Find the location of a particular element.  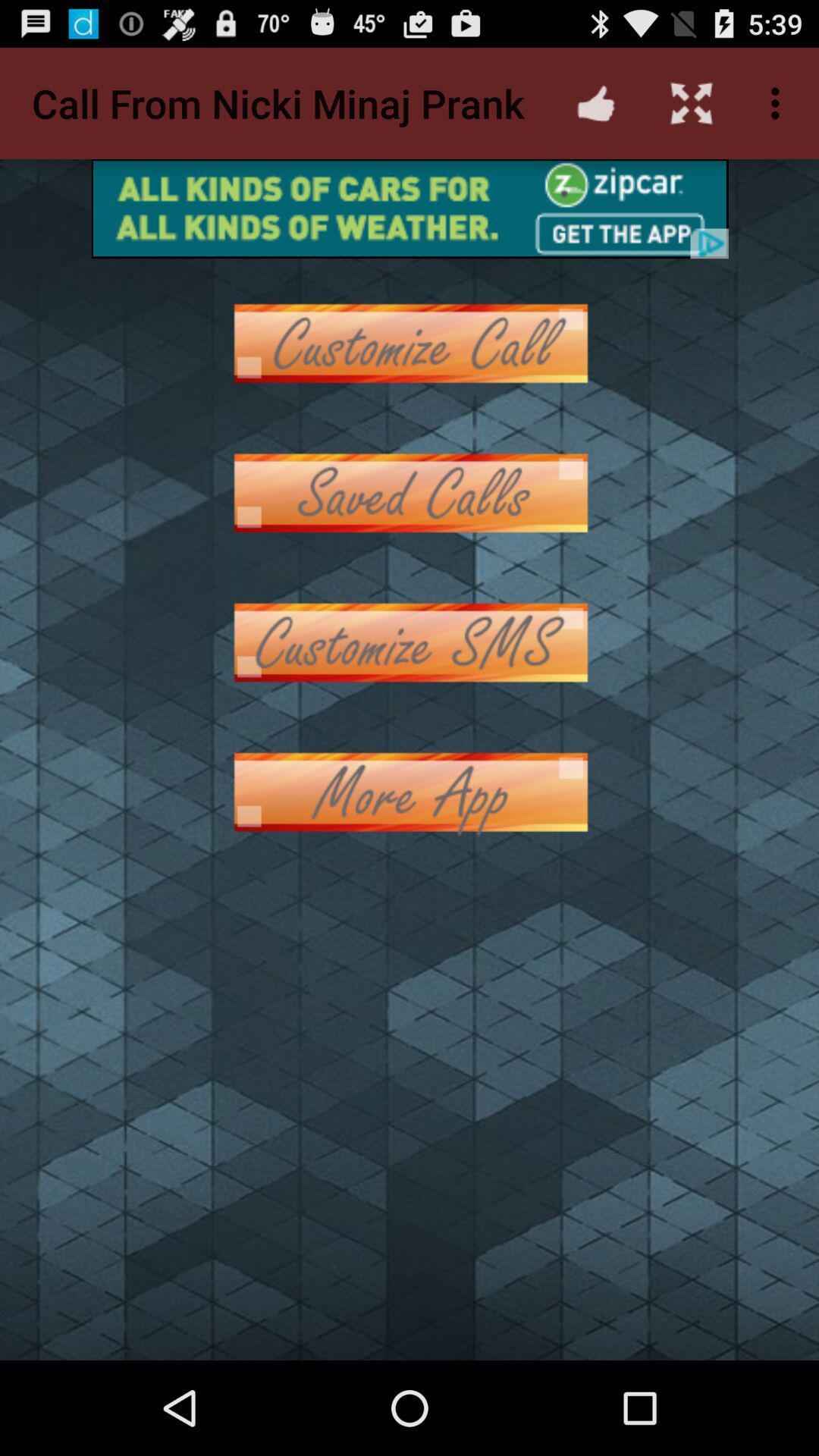

games page is located at coordinates (409, 493).